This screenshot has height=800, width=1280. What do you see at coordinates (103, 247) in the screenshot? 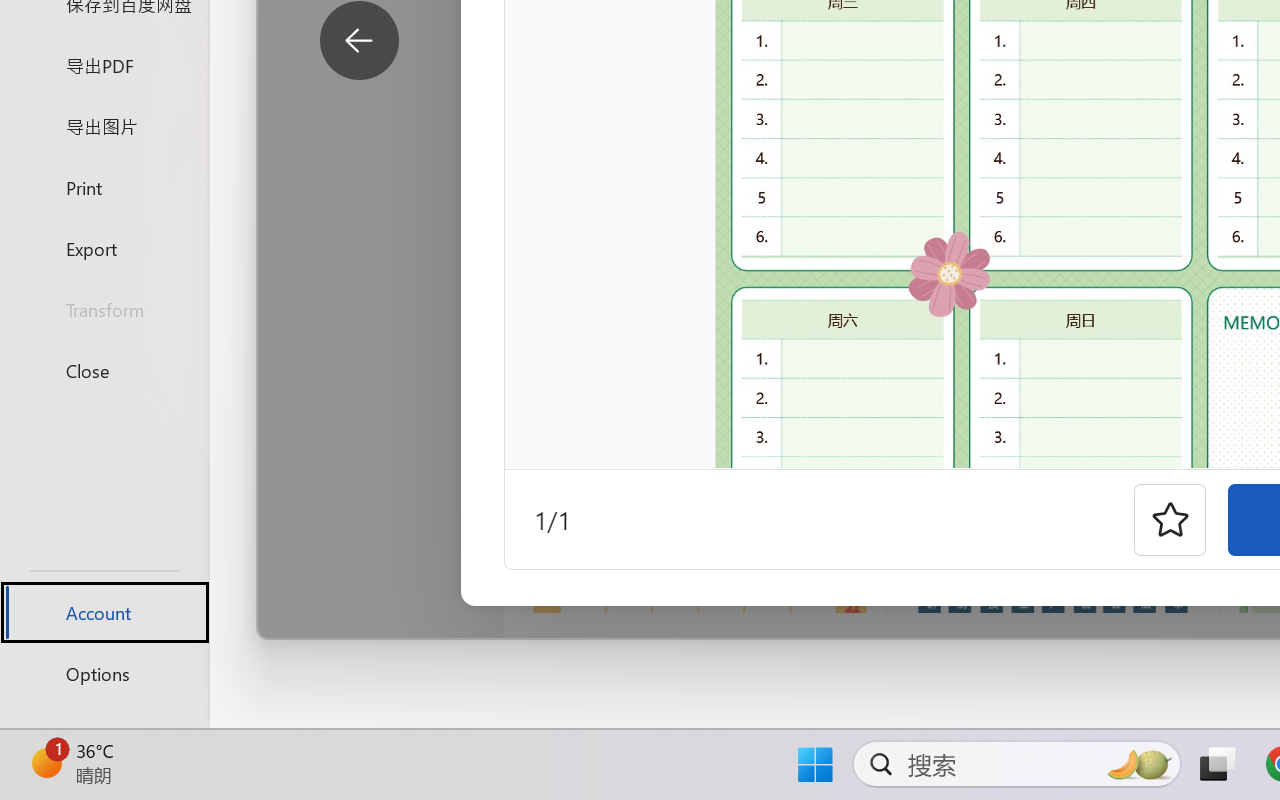
I see `'Export'` at bounding box center [103, 247].